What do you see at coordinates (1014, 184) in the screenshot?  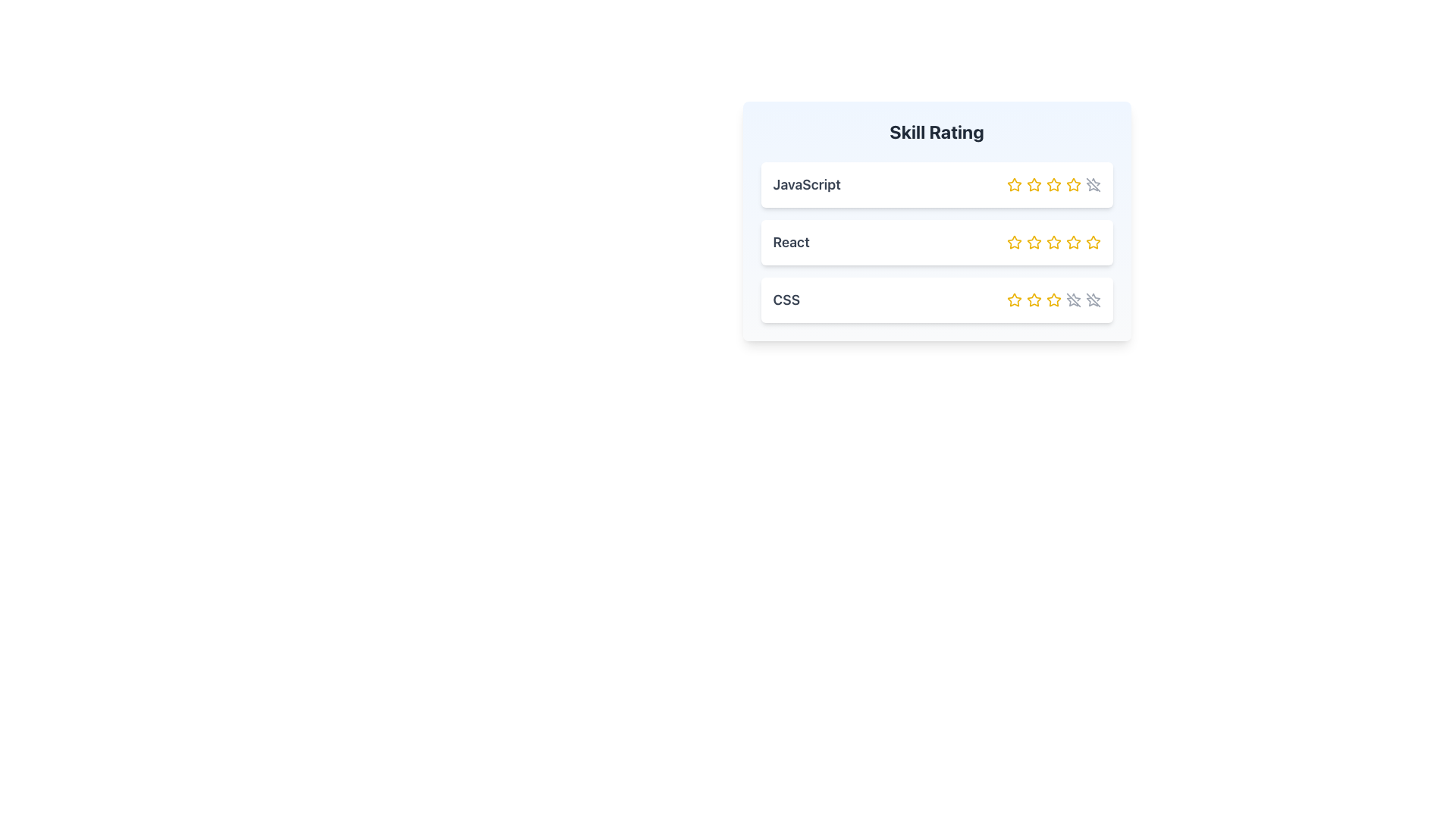 I see `the first star in the JavaScript skill rating section` at bounding box center [1014, 184].